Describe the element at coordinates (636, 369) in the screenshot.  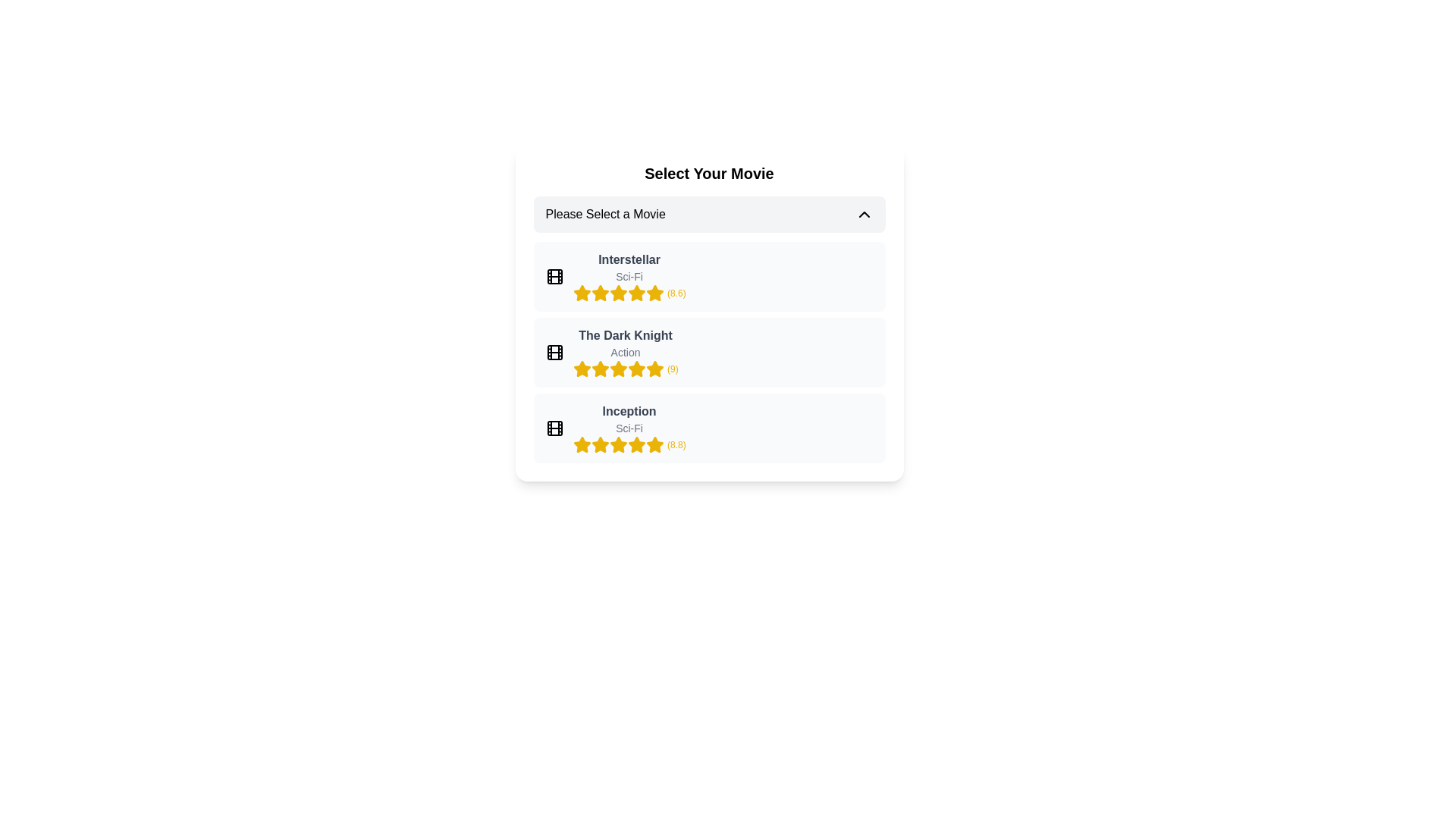
I see `the star-shaped rating icon for 'The Dark Knight', which is the fourth star in a series of five stars, filled with yellow color, indicating a rating` at that location.